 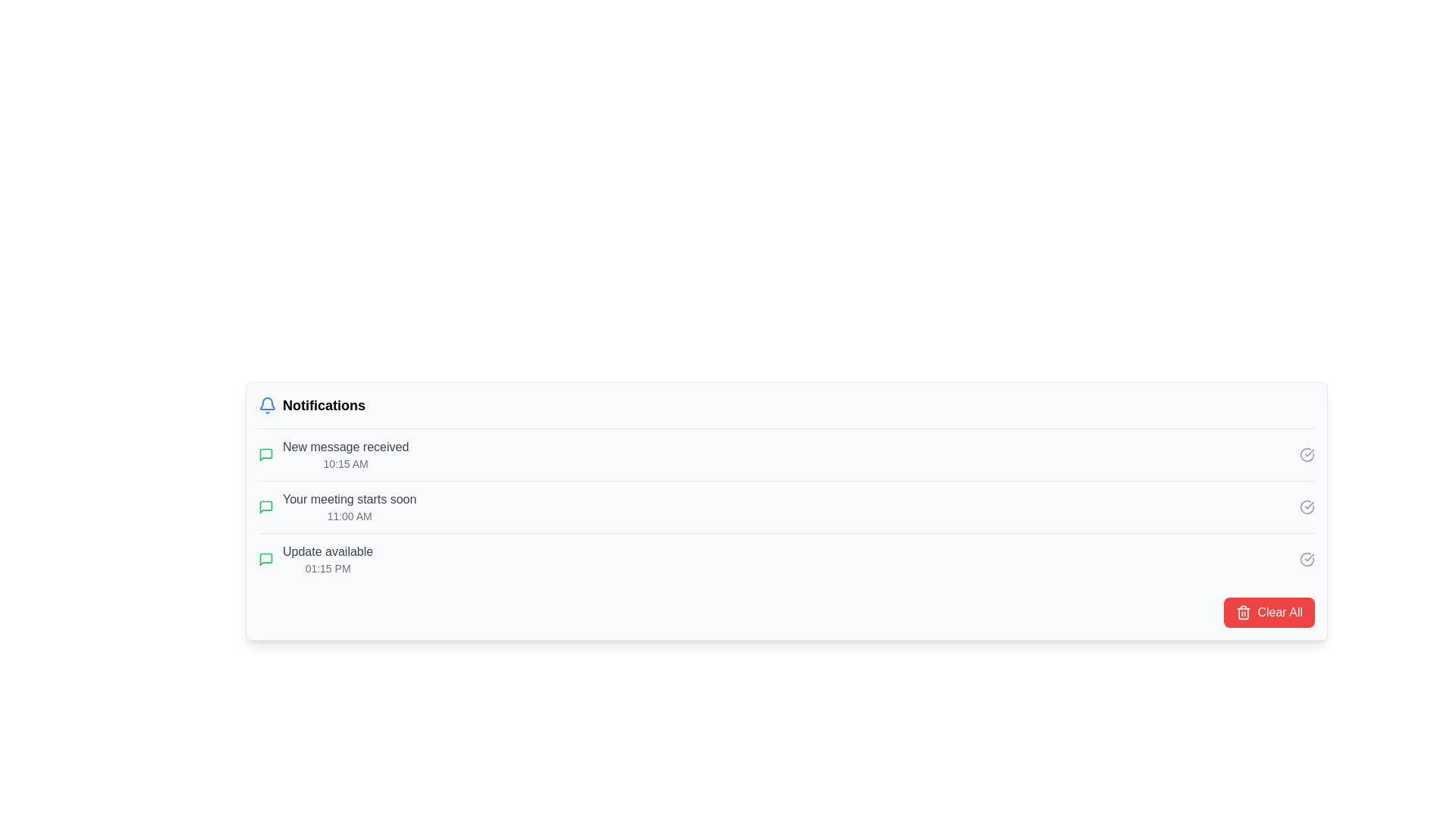 What do you see at coordinates (1306, 507) in the screenshot?
I see `the circular checkmark icon located on the far-right of the notification entry that reads 'Your meeting starts soon 11:00 AM' to change its color to green` at bounding box center [1306, 507].